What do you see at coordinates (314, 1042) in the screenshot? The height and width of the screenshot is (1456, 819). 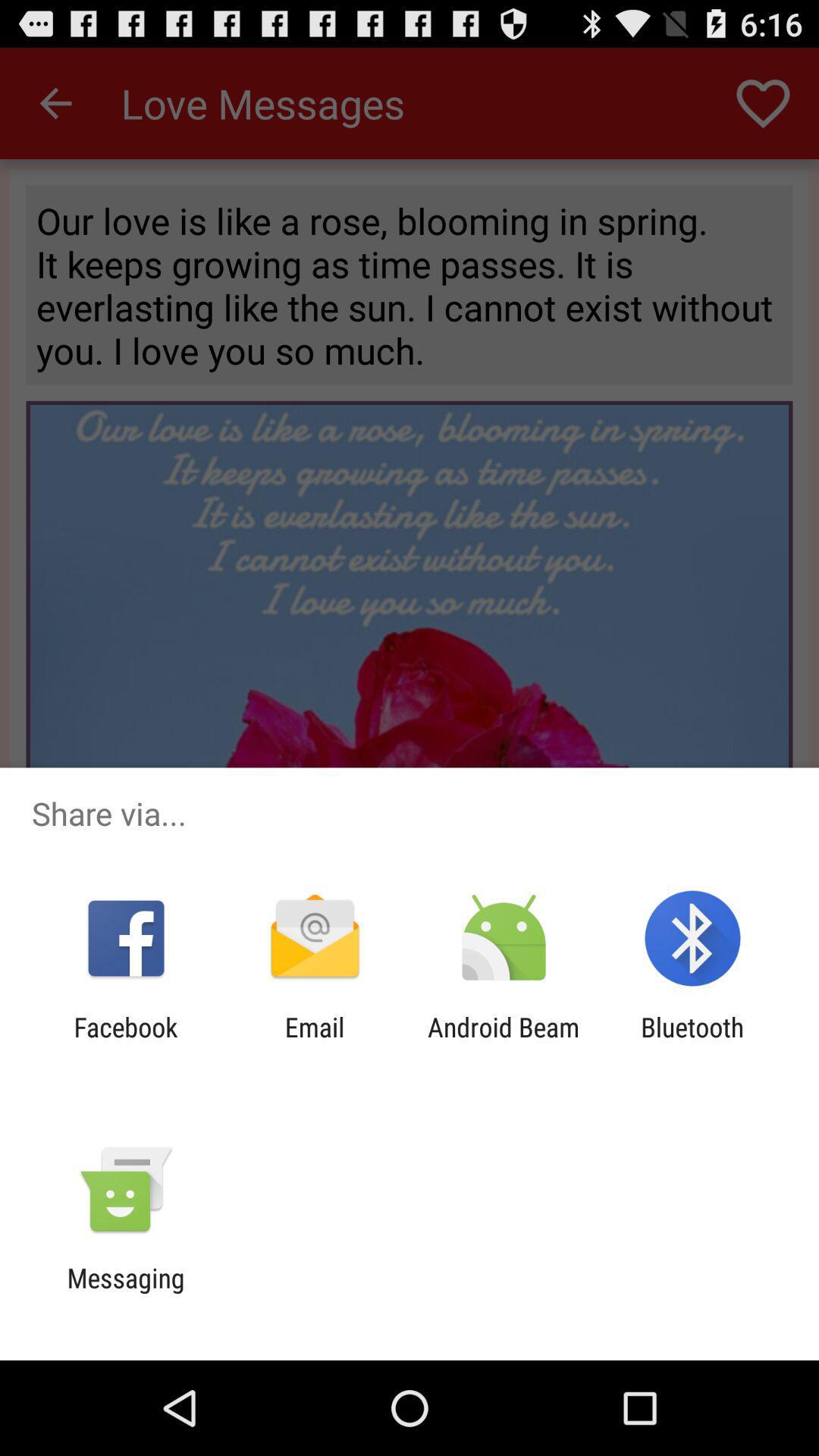 I see `app to the left of android beam app` at bounding box center [314, 1042].